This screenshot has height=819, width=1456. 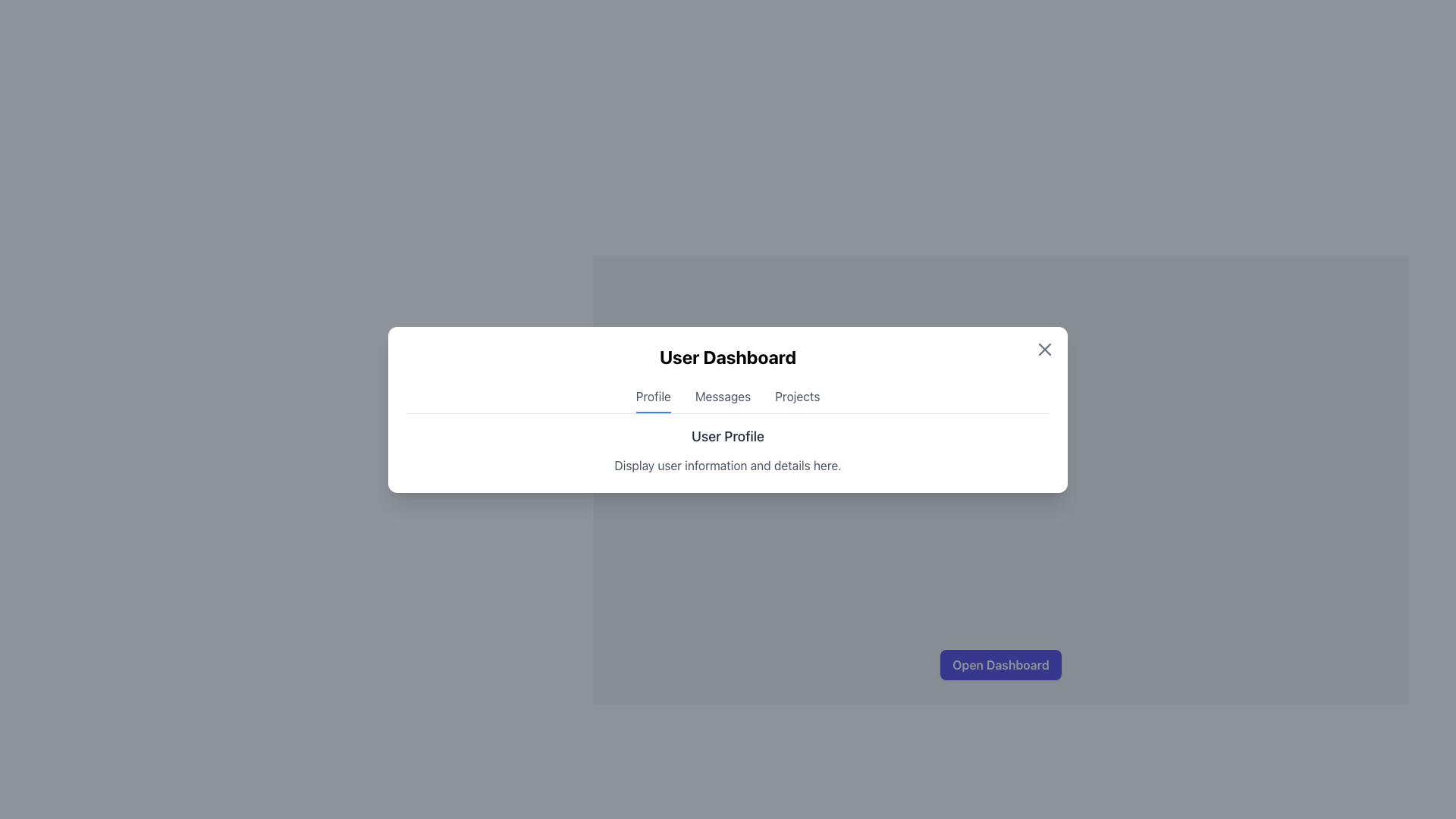 I want to click on the top-right 'X' close button icon of the modal dialog labeled 'User Dashboard', so click(x=1043, y=349).